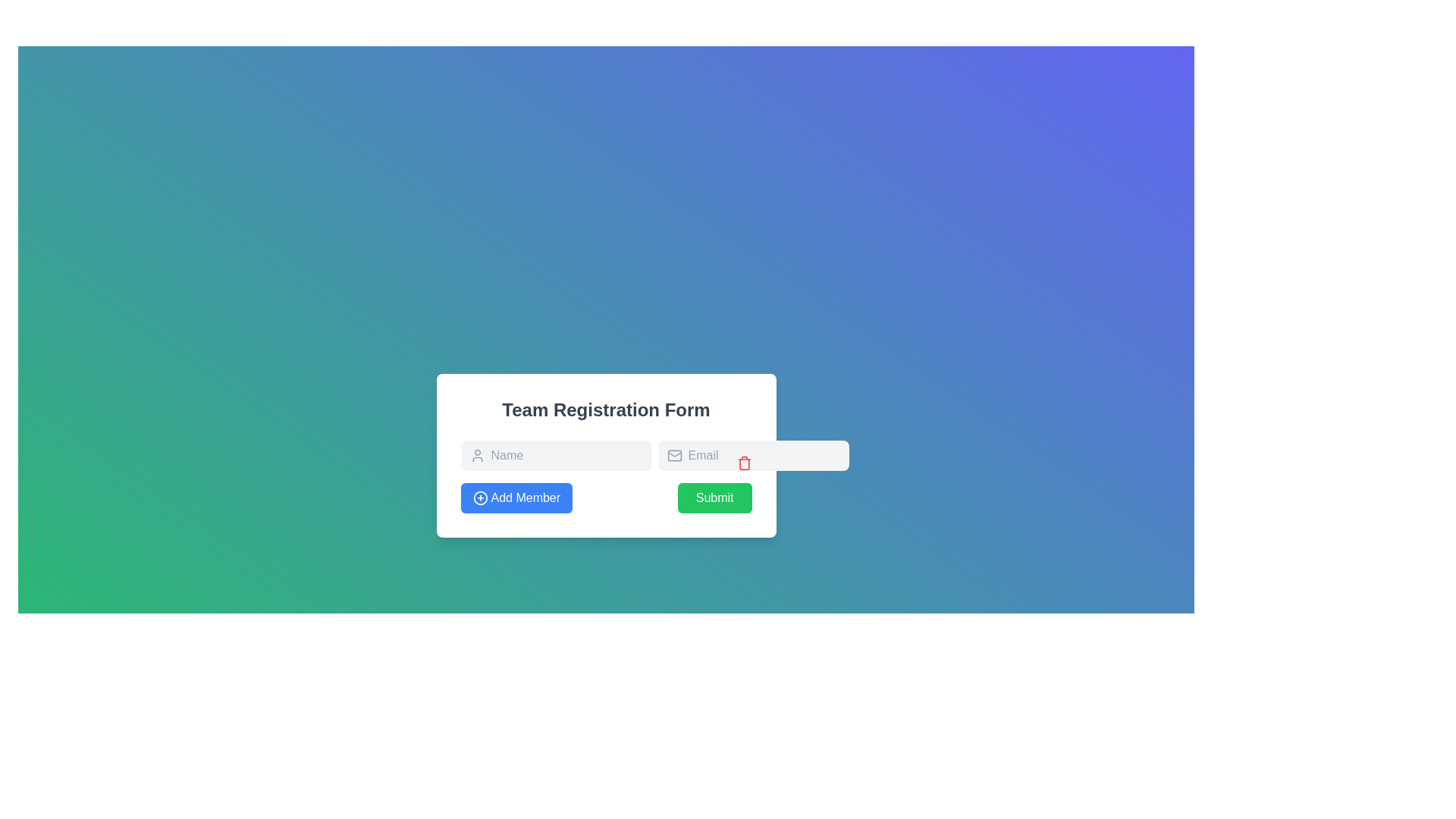 The width and height of the screenshot is (1456, 819). What do you see at coordinates (479, 497) in the screenshot?
I see `the circular icon with a blue outline and a white background featuring a plus symbol inside, which is located to the left of the 'Add Member' button` at bounding box center [479, 497].